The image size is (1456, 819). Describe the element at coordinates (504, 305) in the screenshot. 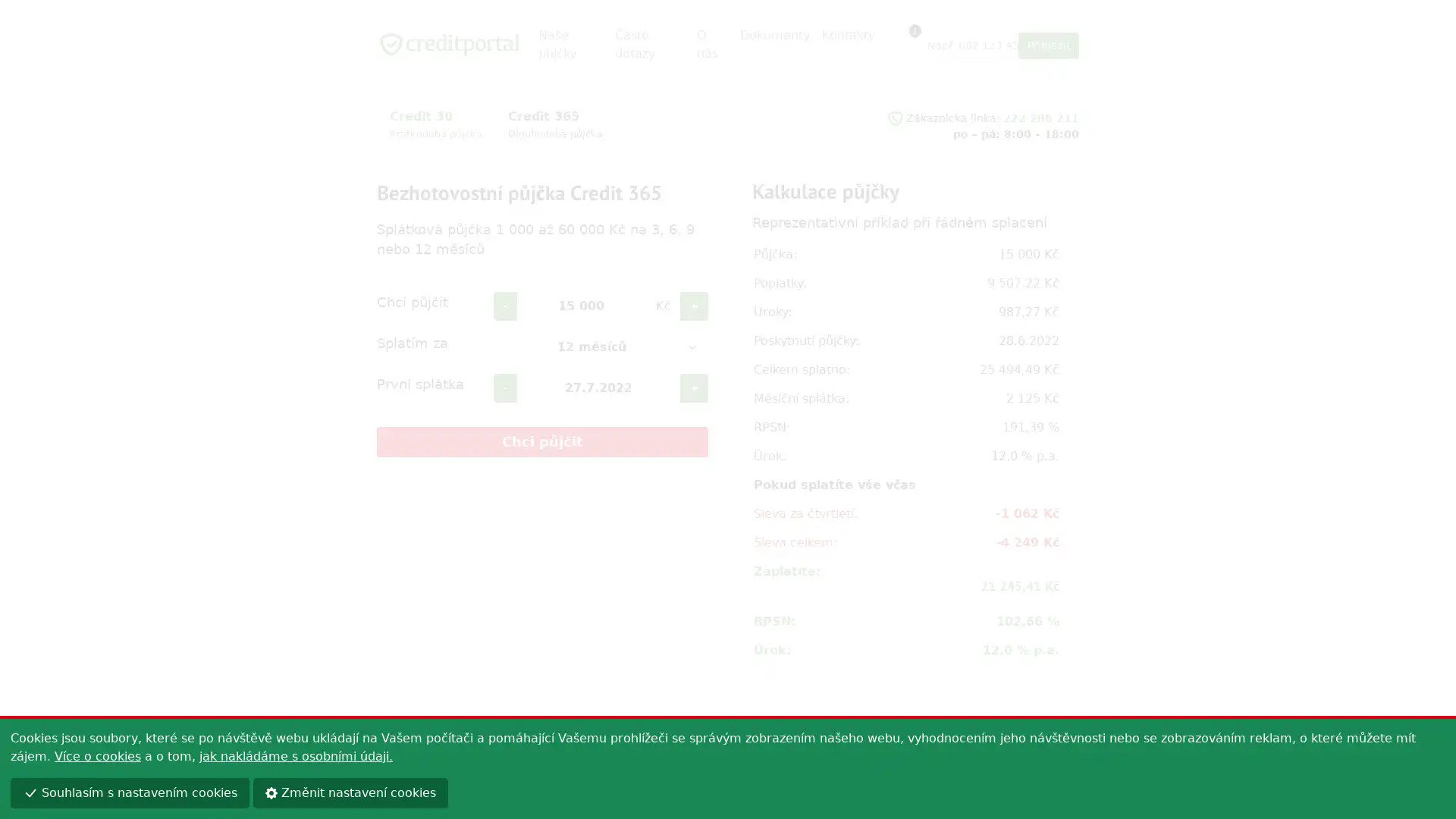

I see `-` at that location.